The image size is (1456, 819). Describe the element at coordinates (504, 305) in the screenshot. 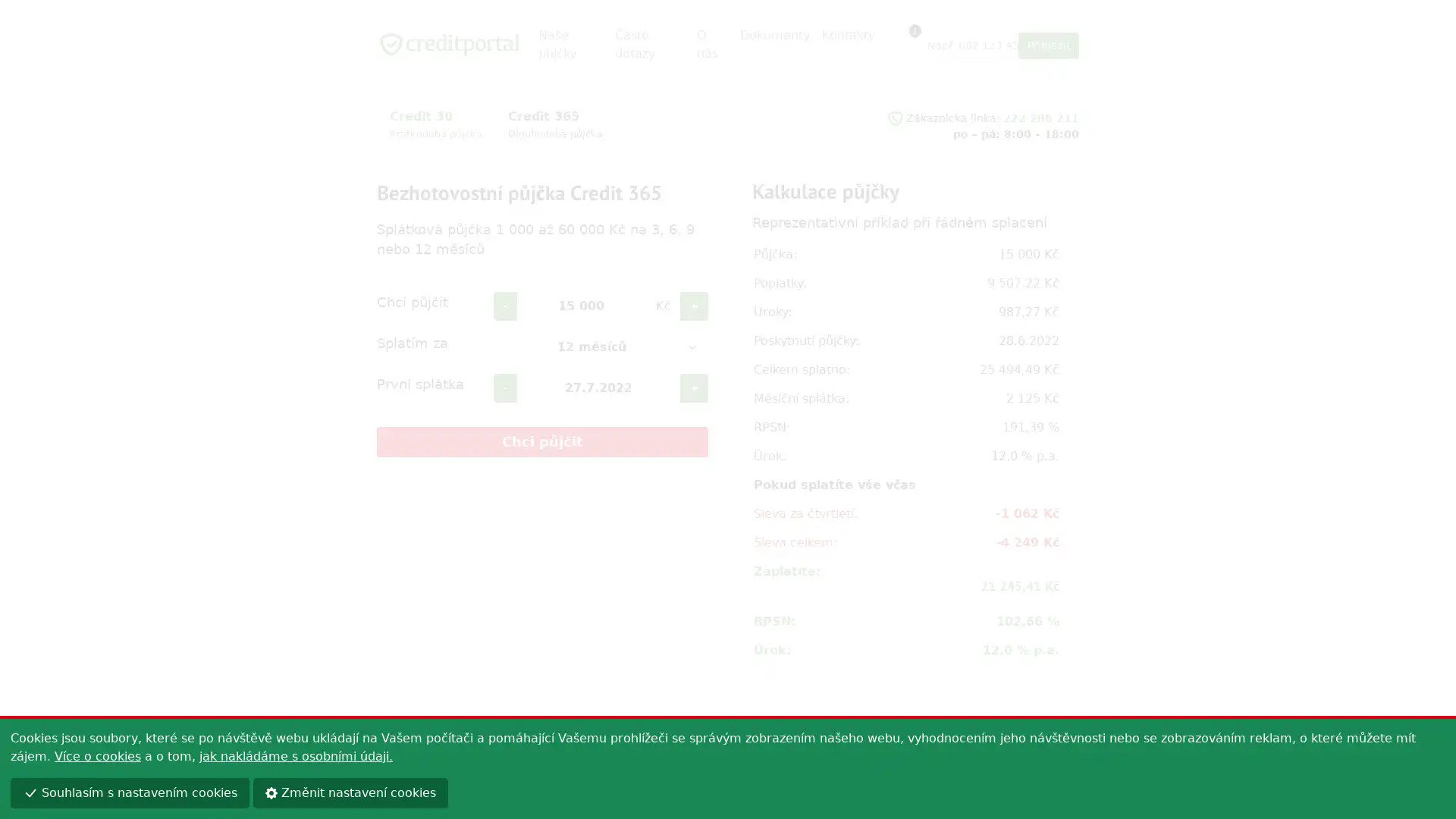

I see `-` at that location.